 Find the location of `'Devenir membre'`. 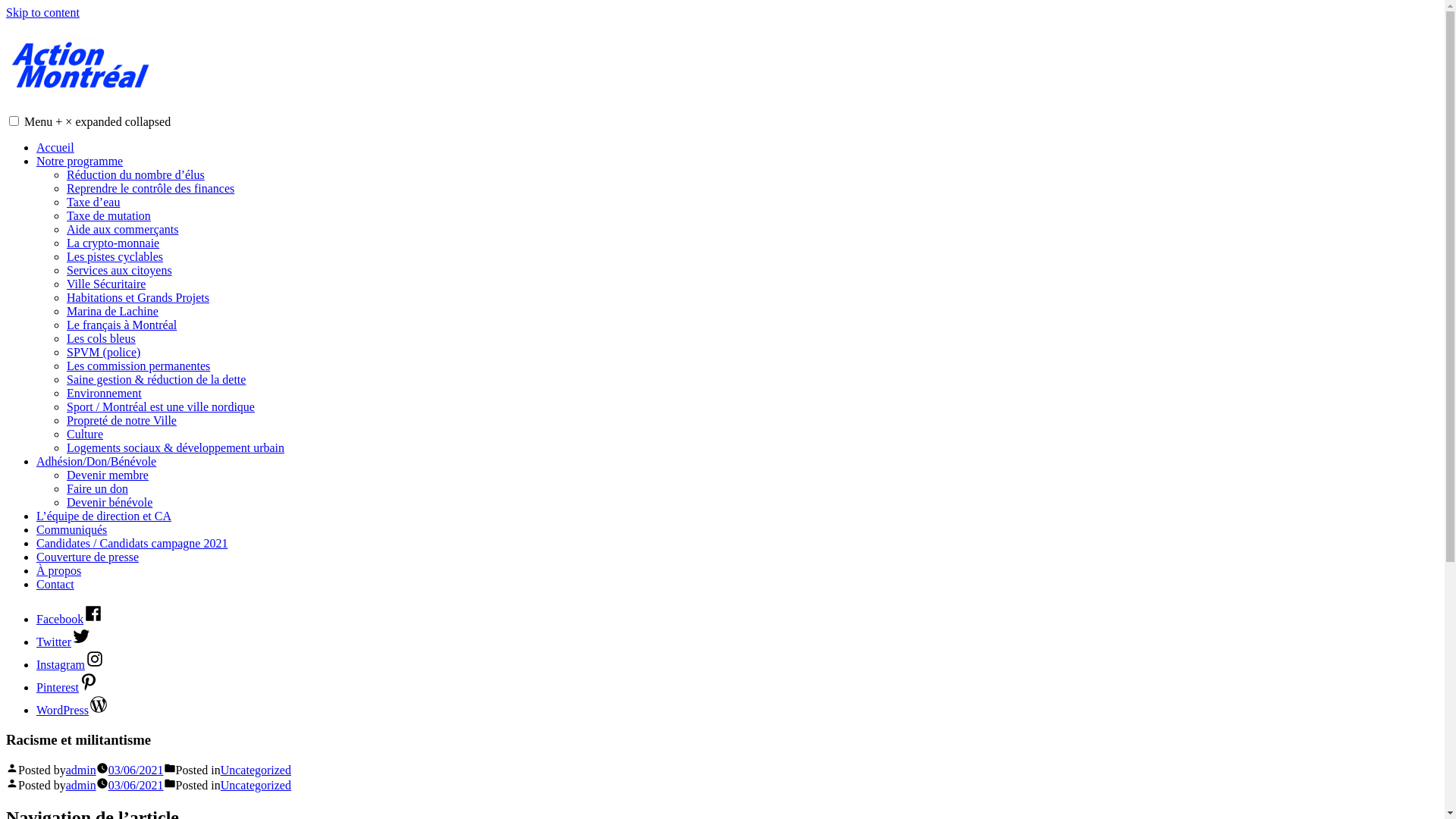

'Devenir membre' is located at coordinates (65, 474).